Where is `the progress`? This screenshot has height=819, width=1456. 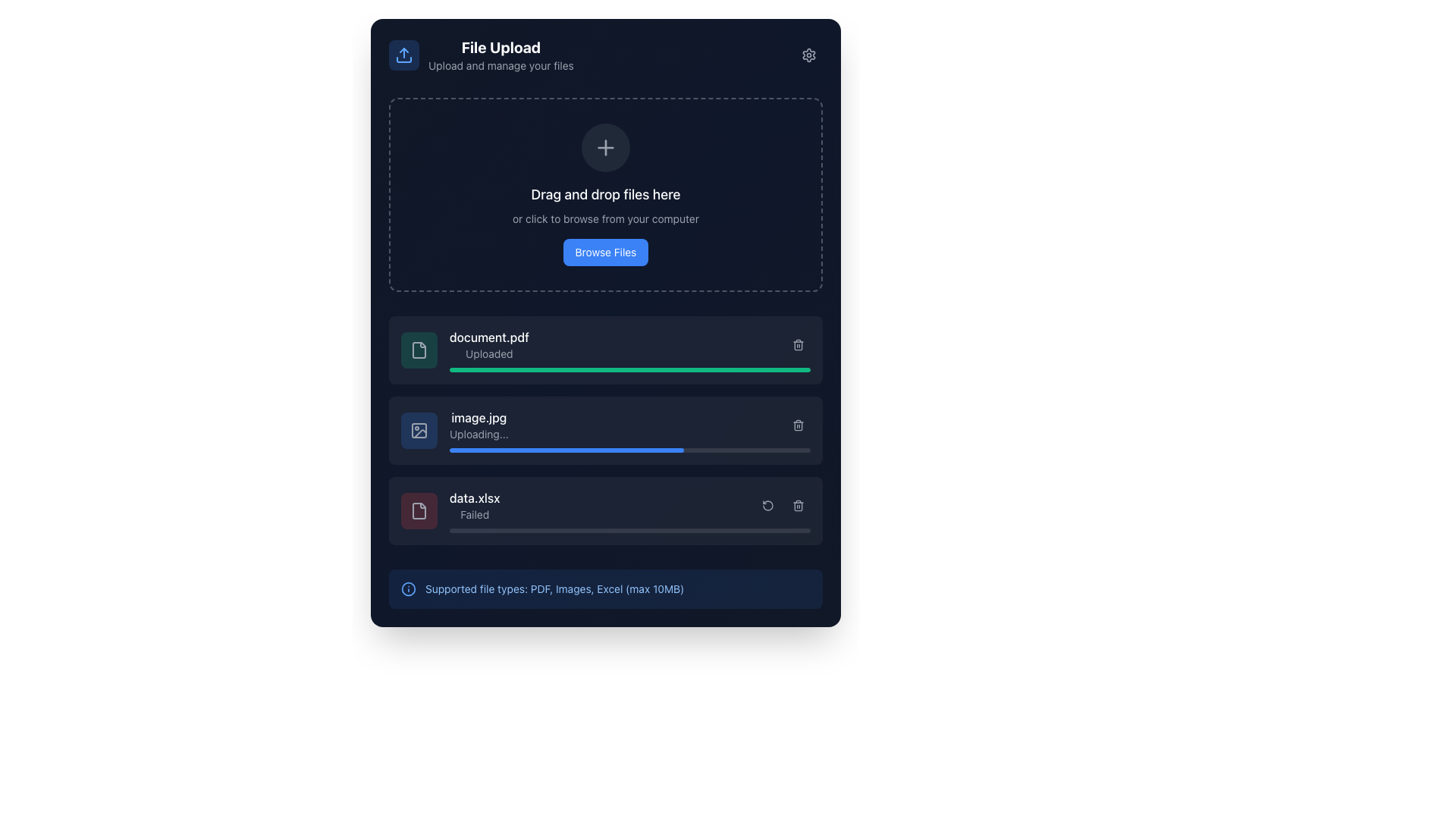 the progress is located at coordinates (687, 529).